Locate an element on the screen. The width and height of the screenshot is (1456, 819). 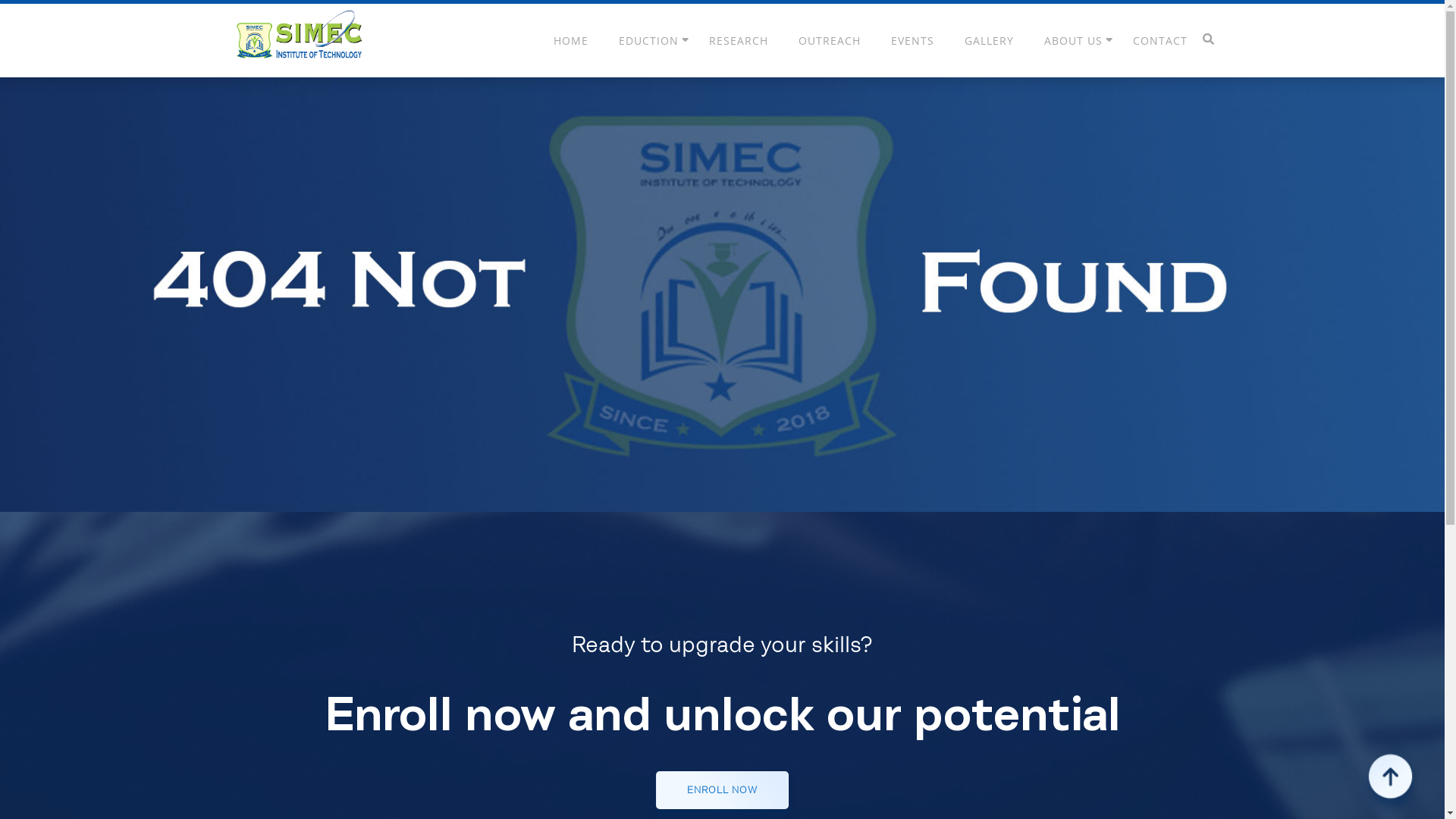
'ENROLL NOW' is located at coordinates (721, 789).